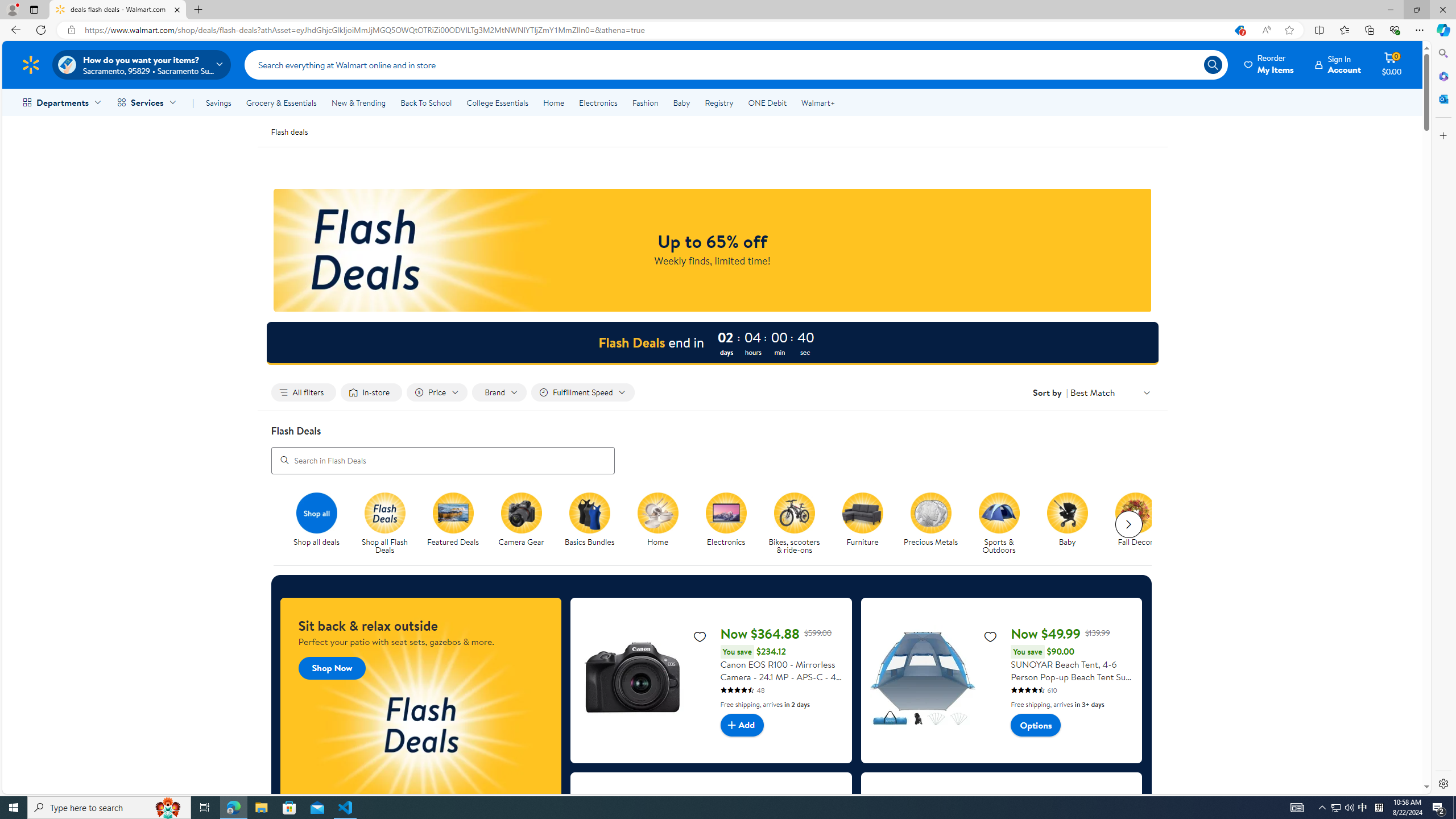 This screenshot has width=1456, height=819. I want to click on 'Shop all Shop all deals', so click(316, 520).